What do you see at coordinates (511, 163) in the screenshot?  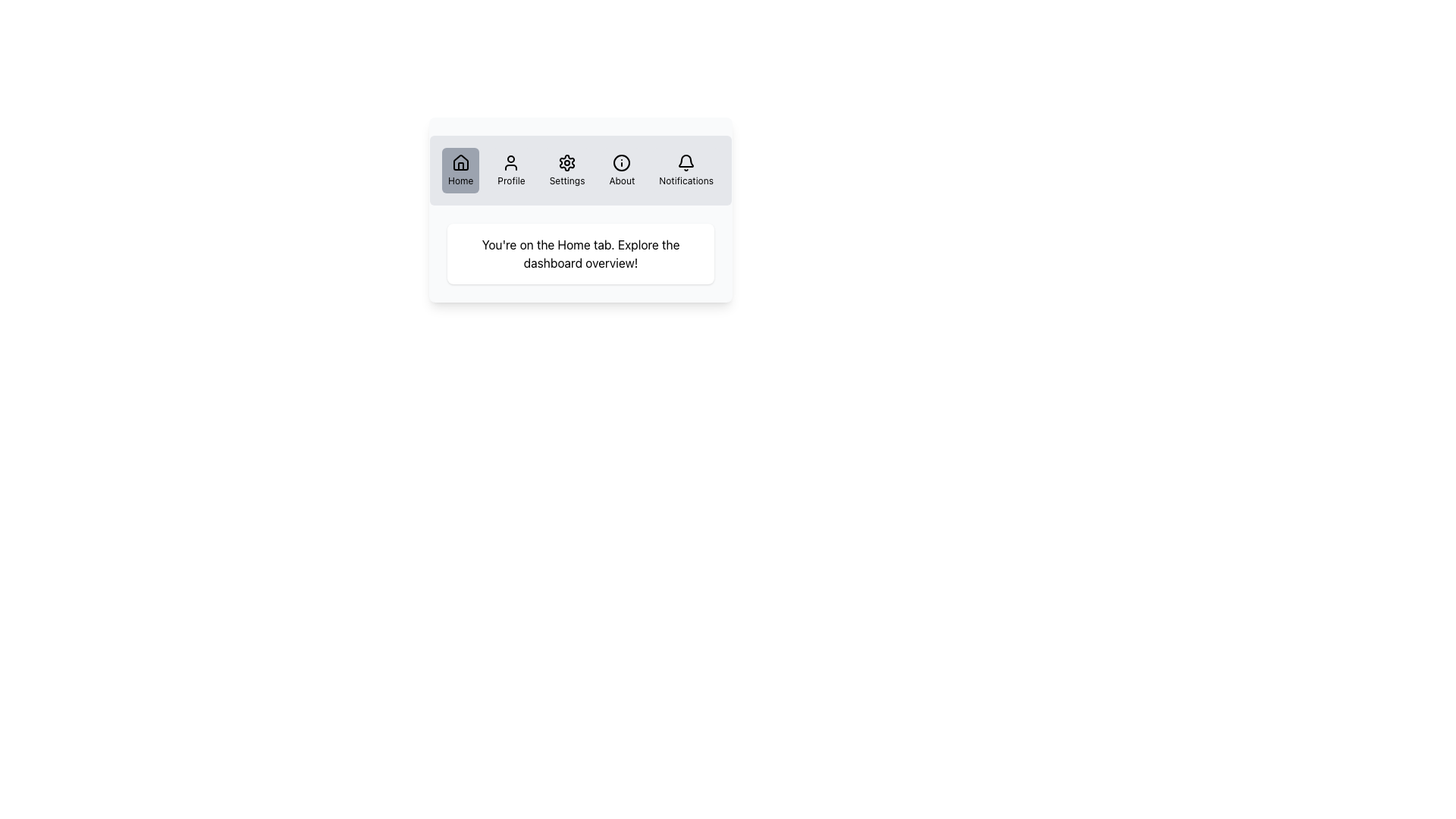 I see `the user profile icon located in the navigation bar` at bounding box center [511, 163].